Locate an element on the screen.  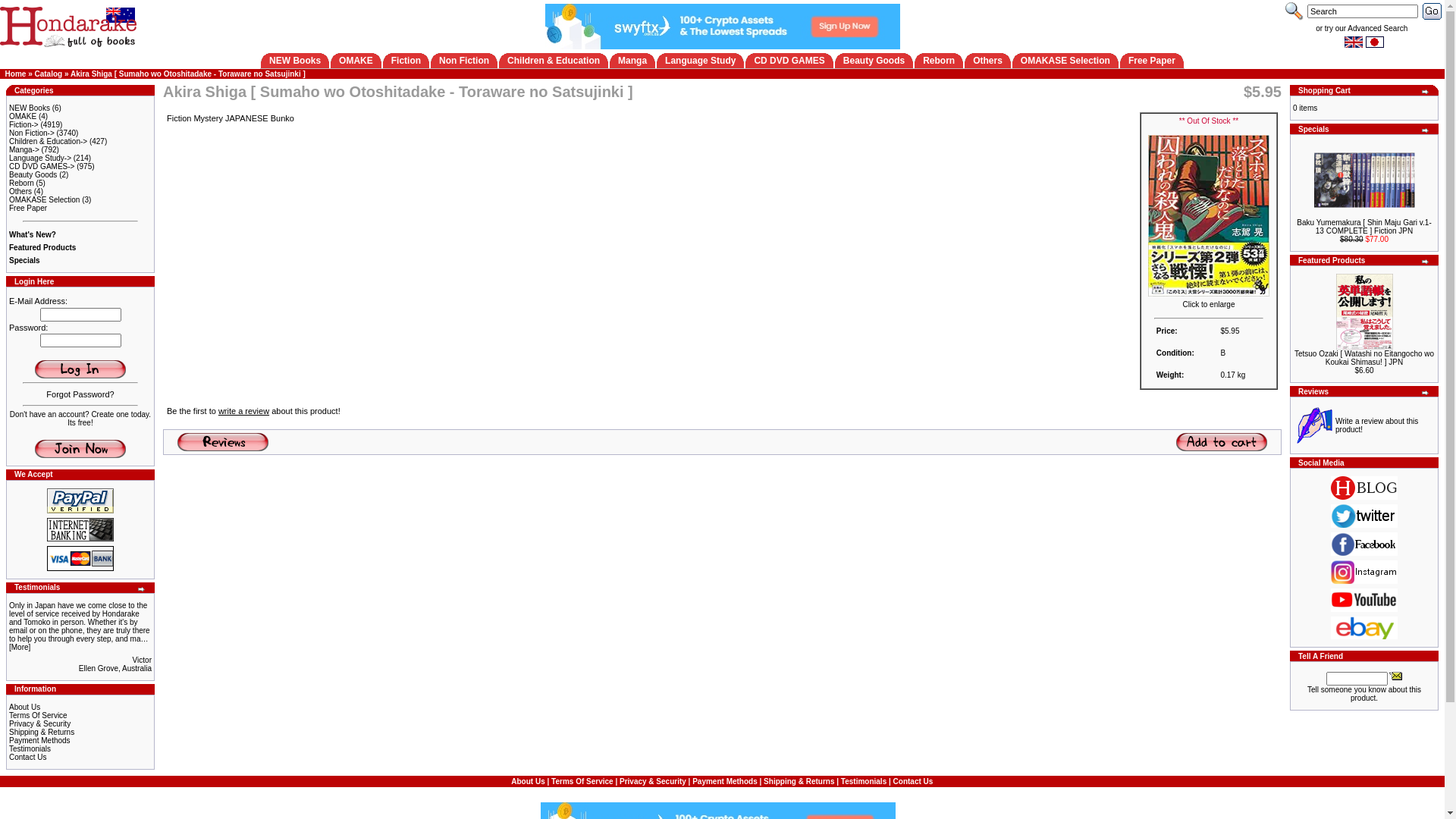
' Japanese ' is located at coordinates (1365, 41).